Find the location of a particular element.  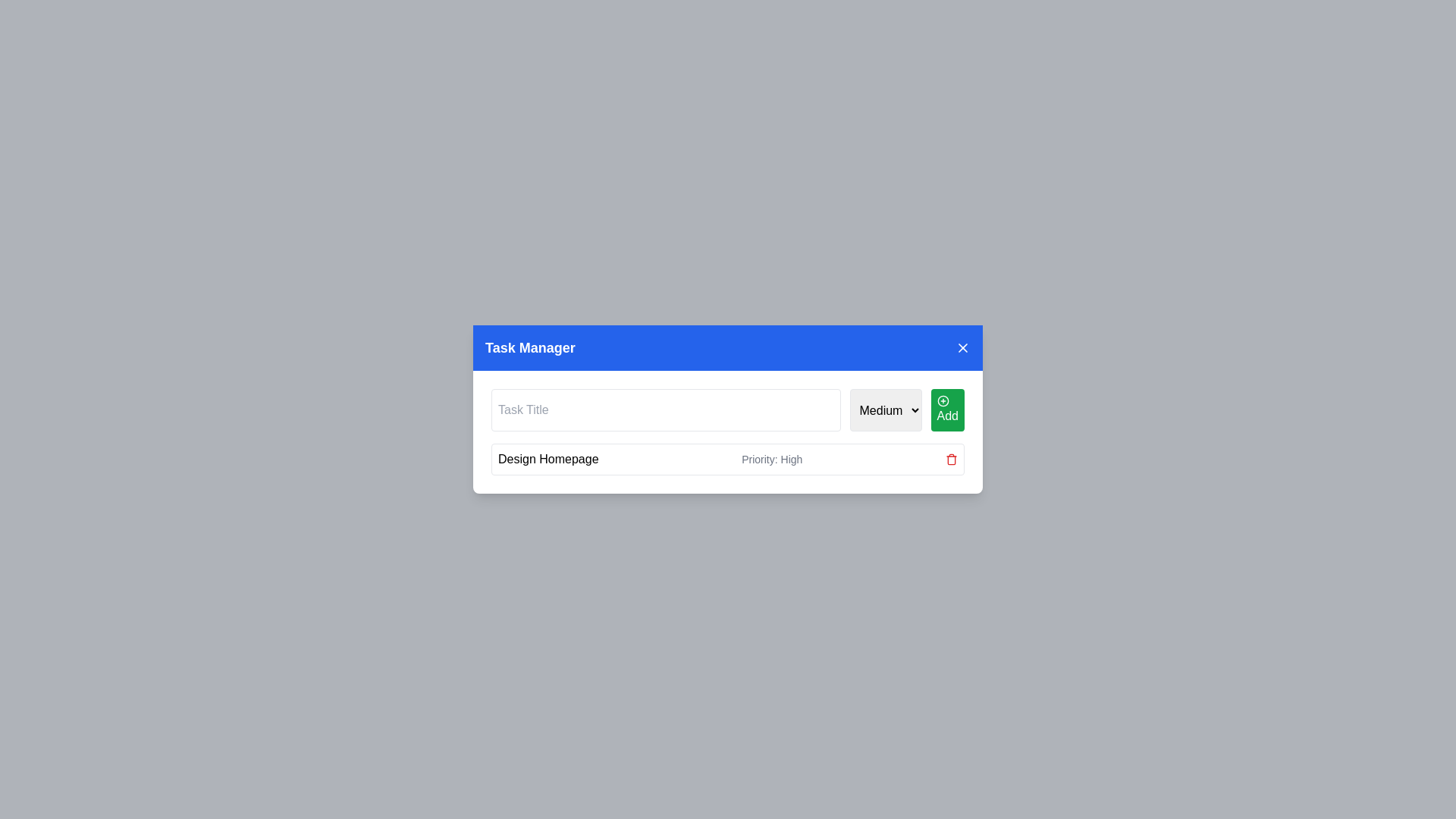

the visual indication of the small green circular icon with a white plus sign, which is part of the 'Add' button in the Task Manager interface, located on the right side of the task input field is located at coordinates (942, 400).